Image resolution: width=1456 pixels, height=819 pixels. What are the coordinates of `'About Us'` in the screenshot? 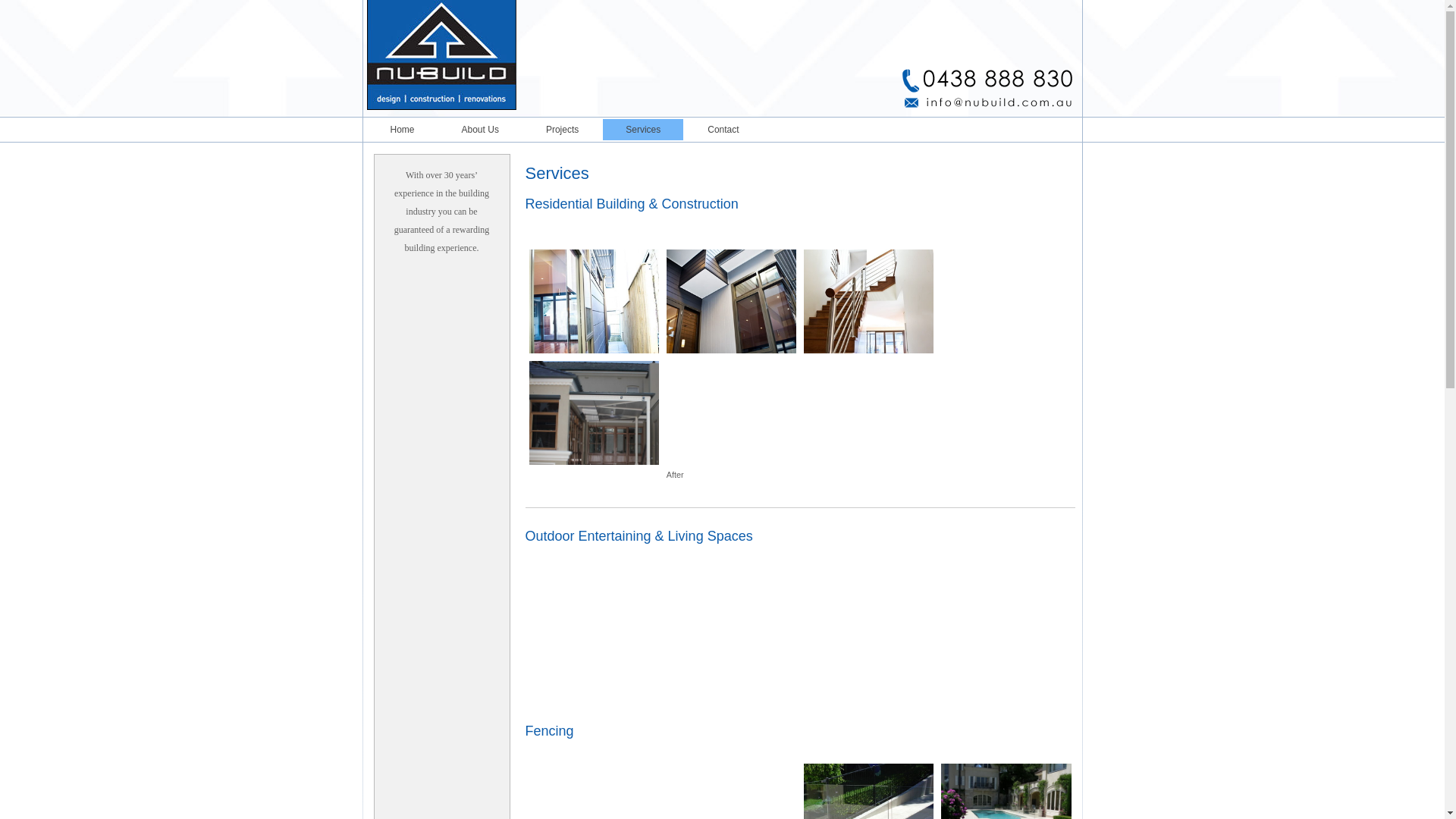 It's located at (479, 128).